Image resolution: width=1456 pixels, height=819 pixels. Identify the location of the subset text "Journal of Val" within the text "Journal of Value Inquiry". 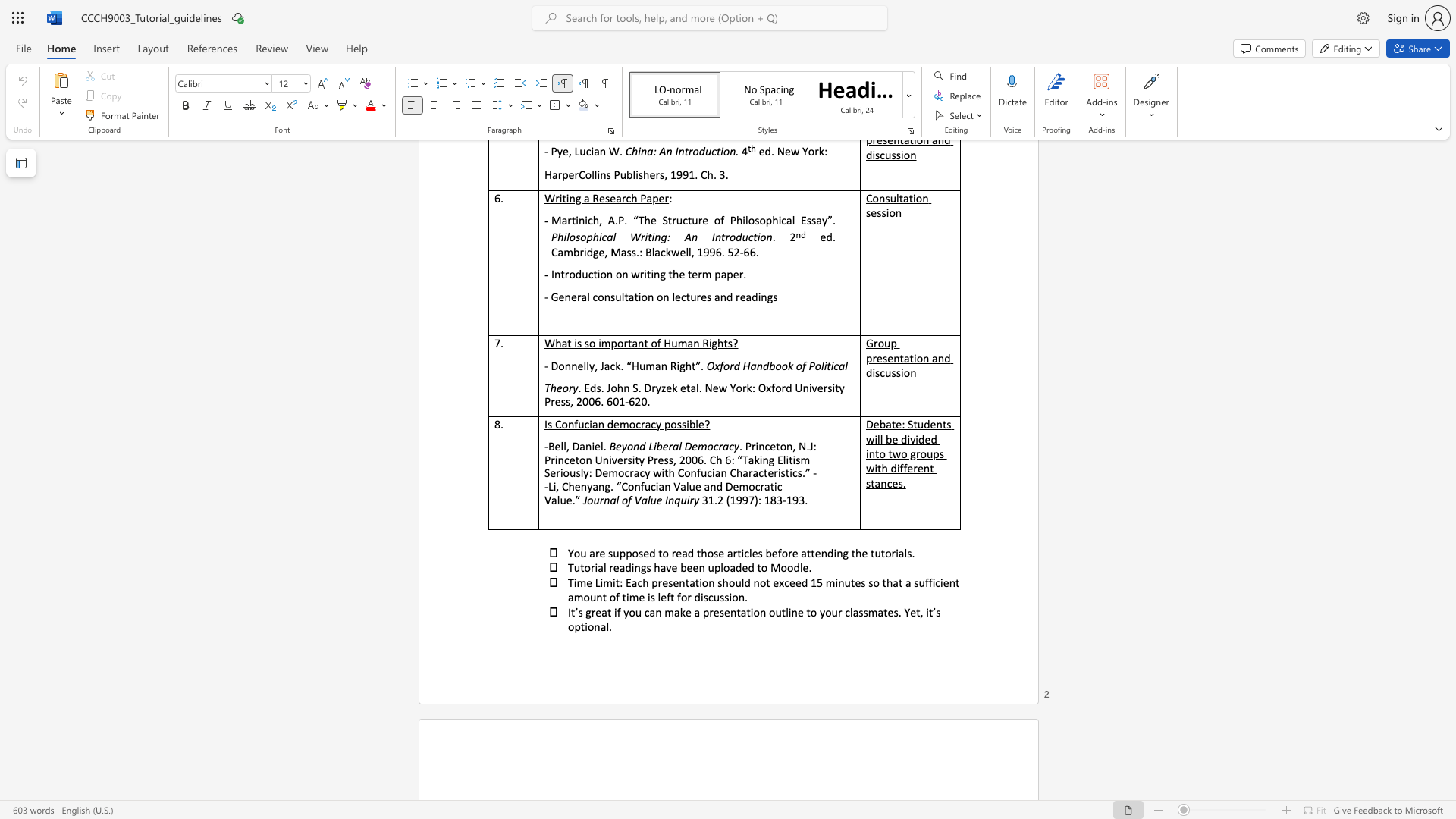
(582, 500).